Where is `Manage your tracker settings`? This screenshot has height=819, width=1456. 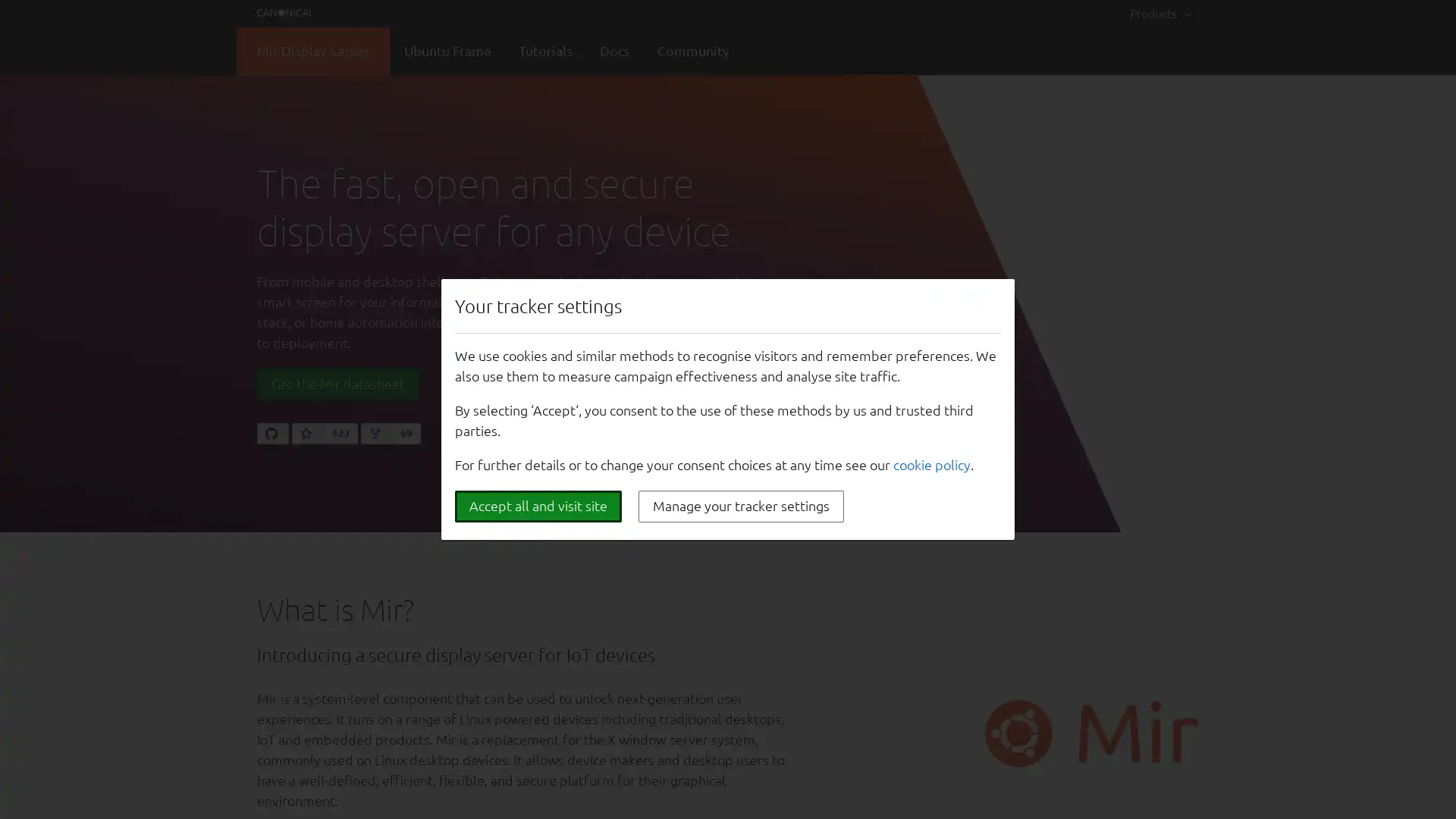
Manage your tracker settings is located at coordinates (741, 506).